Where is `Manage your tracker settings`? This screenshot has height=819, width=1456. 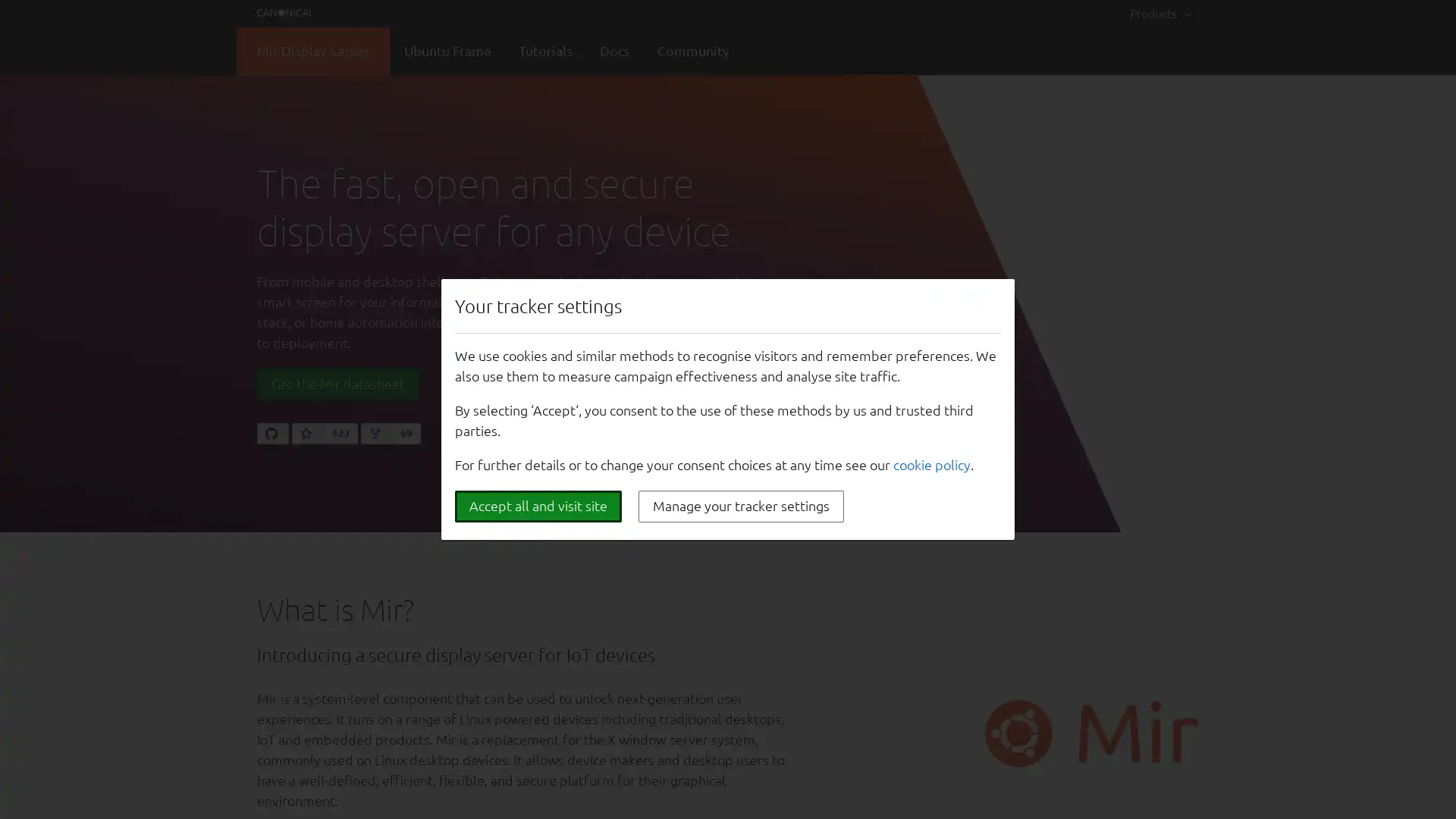
Manage your tracker settings is located at coordinates (741, 506).